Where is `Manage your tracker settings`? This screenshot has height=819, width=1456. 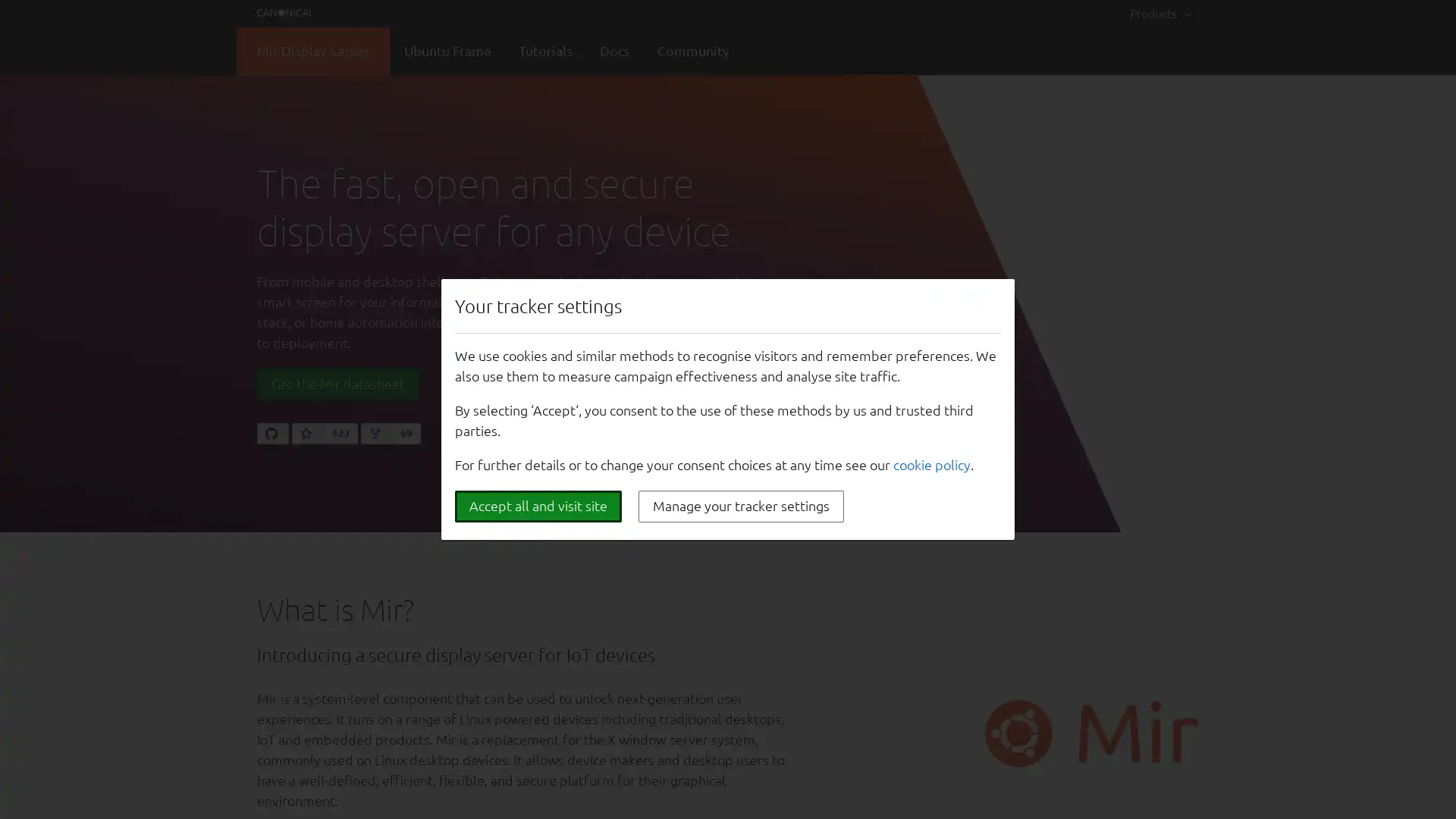
Manage your tracker settings is located at coordinates (741, 506).